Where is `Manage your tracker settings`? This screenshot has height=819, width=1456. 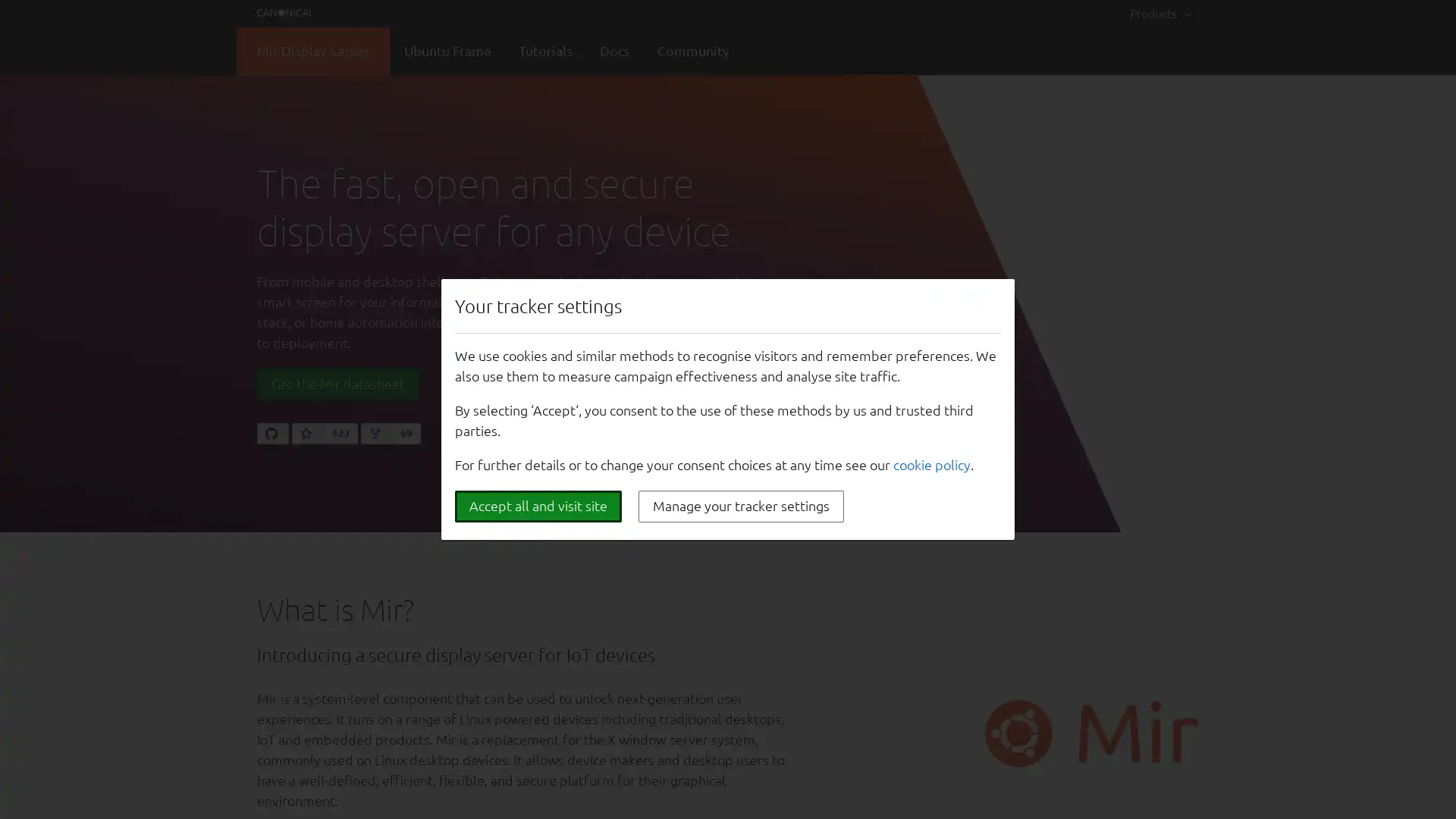
Manage your tracker settings is located at coordinates (741, 506).